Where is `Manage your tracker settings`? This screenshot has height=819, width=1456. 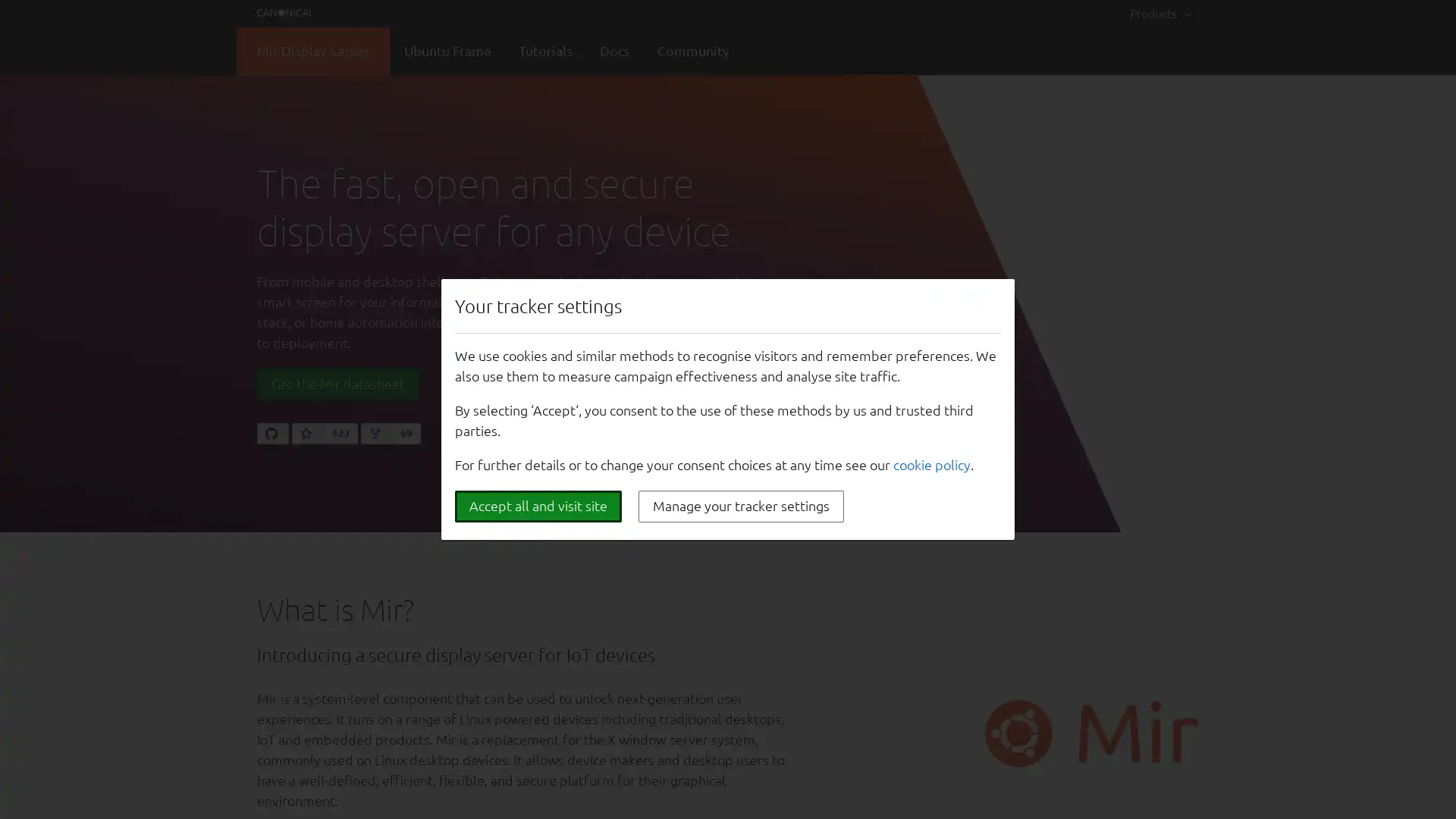
Manage your tracker settings is located at coordinates (741, 506).